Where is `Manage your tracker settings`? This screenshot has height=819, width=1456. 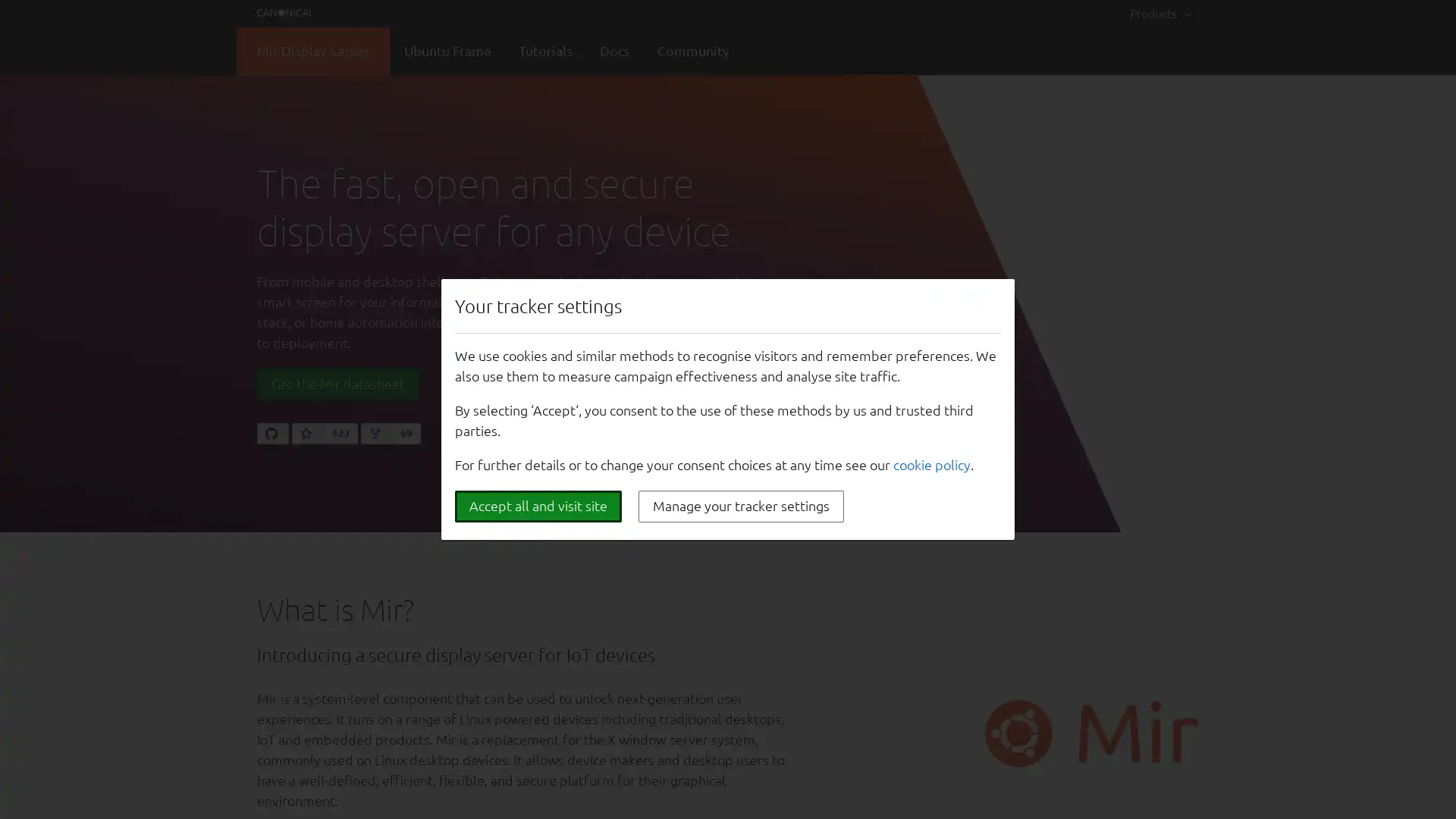
Manage your tracker settings is located at coordinates (741, 506).